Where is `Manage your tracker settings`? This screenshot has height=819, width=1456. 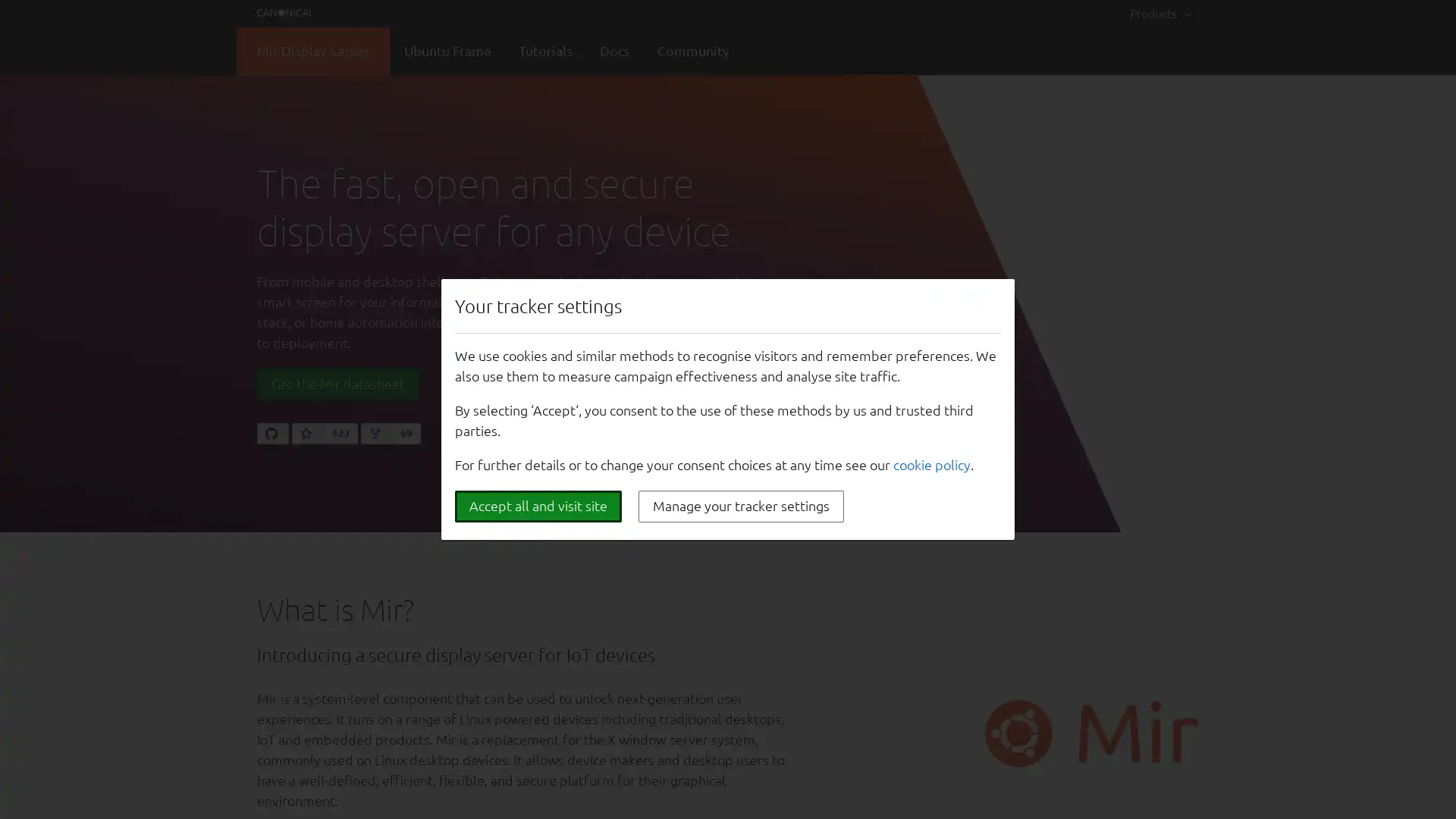
Manage your tracker settings is located at coordinates (741, 506).